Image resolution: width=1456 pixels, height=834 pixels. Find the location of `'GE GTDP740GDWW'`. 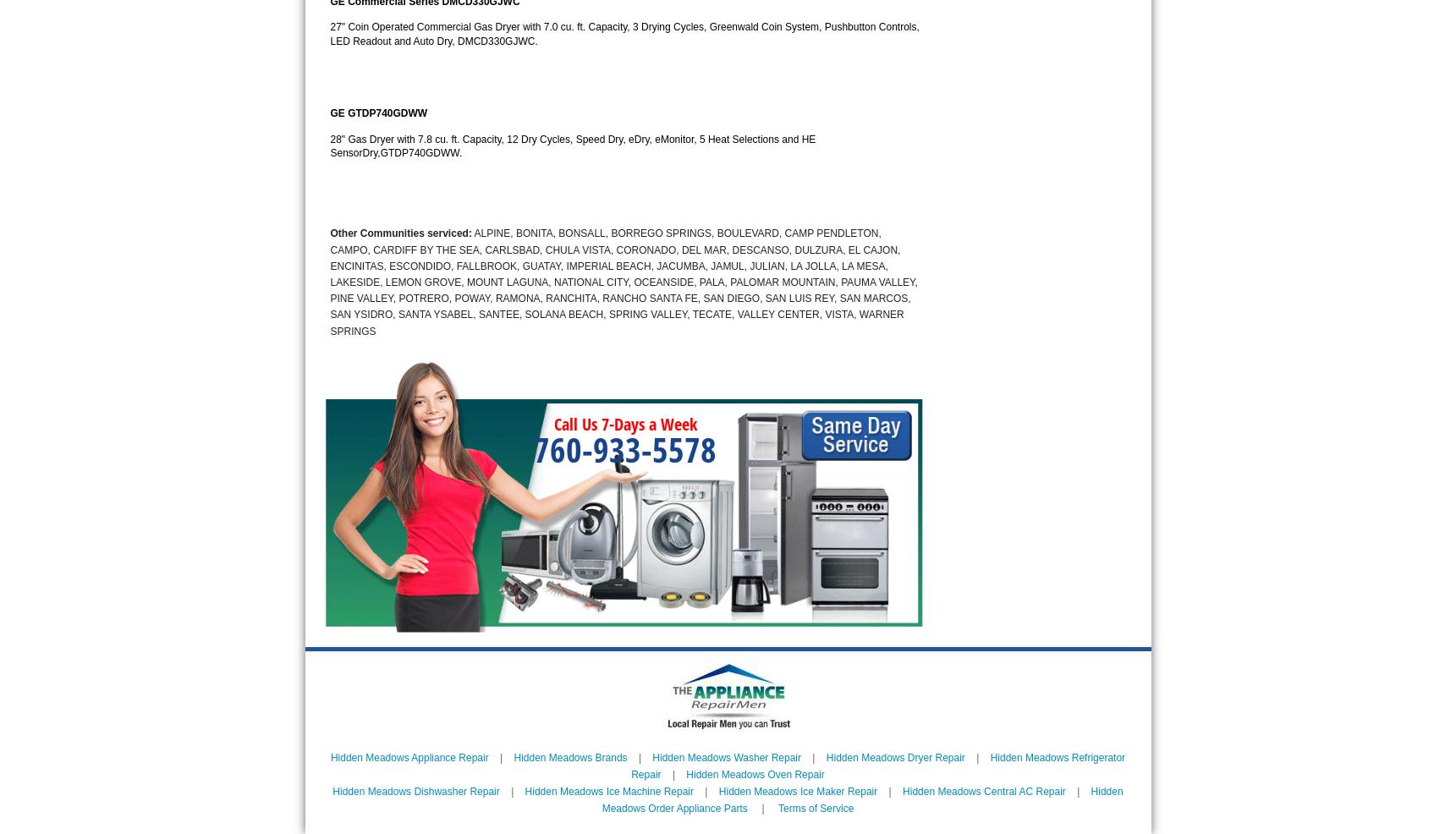

'GE GTDP740GDWW' is located at coordinates (329, 112).